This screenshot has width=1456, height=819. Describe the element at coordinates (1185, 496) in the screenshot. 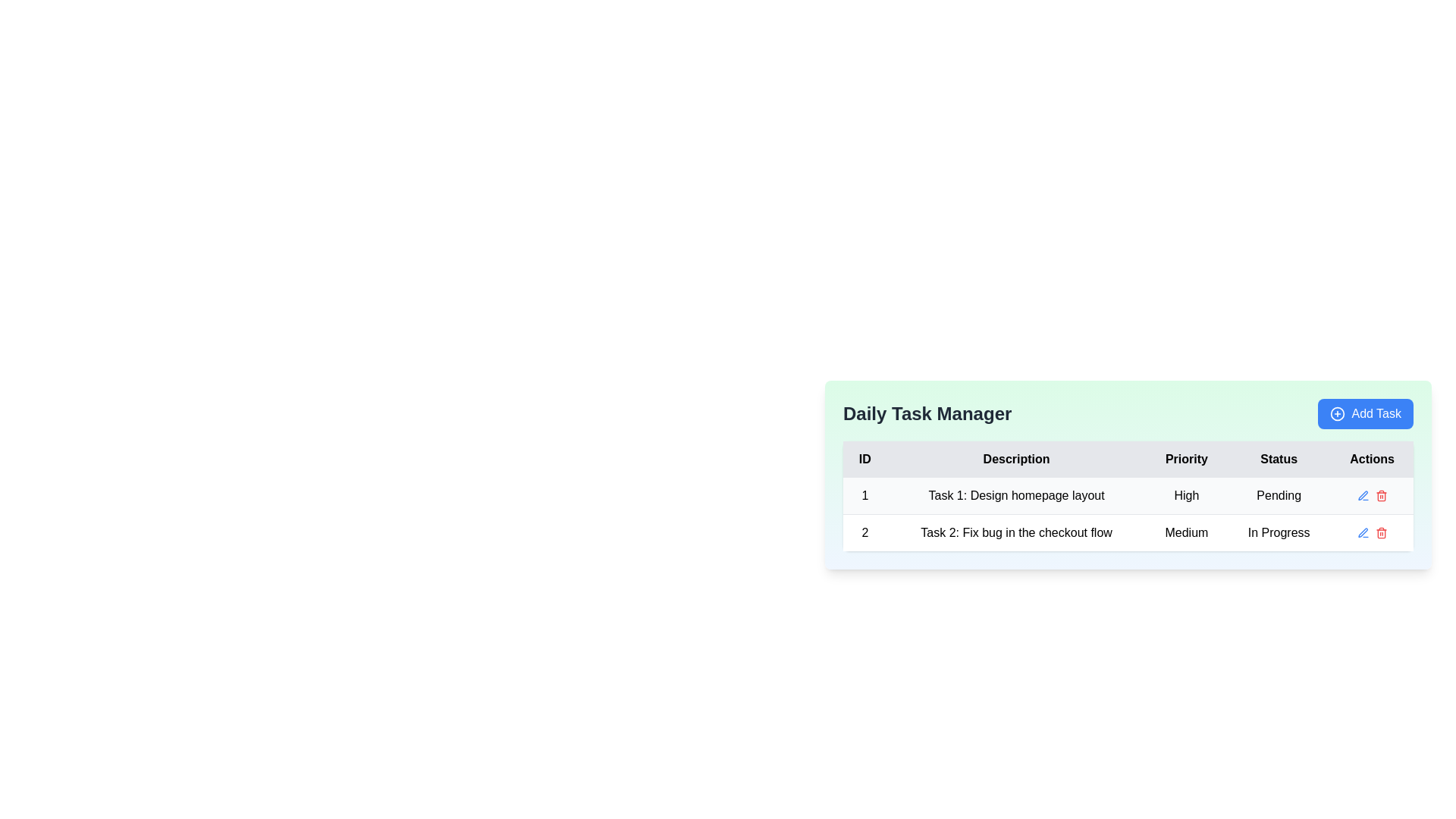

I see `the text label displaying 'High' in black on a white background, located in the third column of the first row under the 'Priority' header in the 'Daily Task Manager' table` at that location.